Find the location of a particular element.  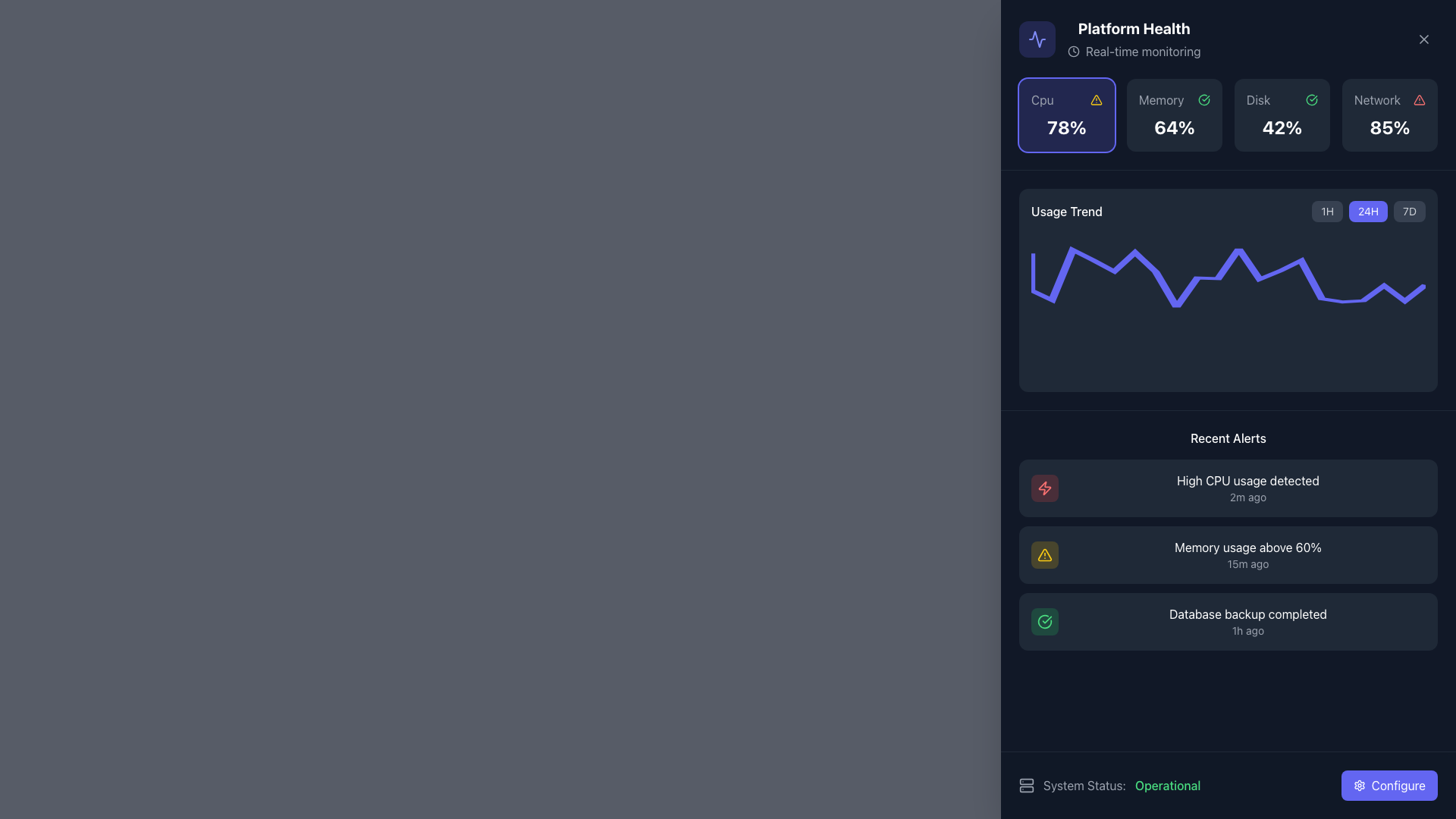

the disk status icon located in the Disk section, which indicates normal disk usage and is positioned between the Memory and Network sections is located at coordinates (1203, 99).